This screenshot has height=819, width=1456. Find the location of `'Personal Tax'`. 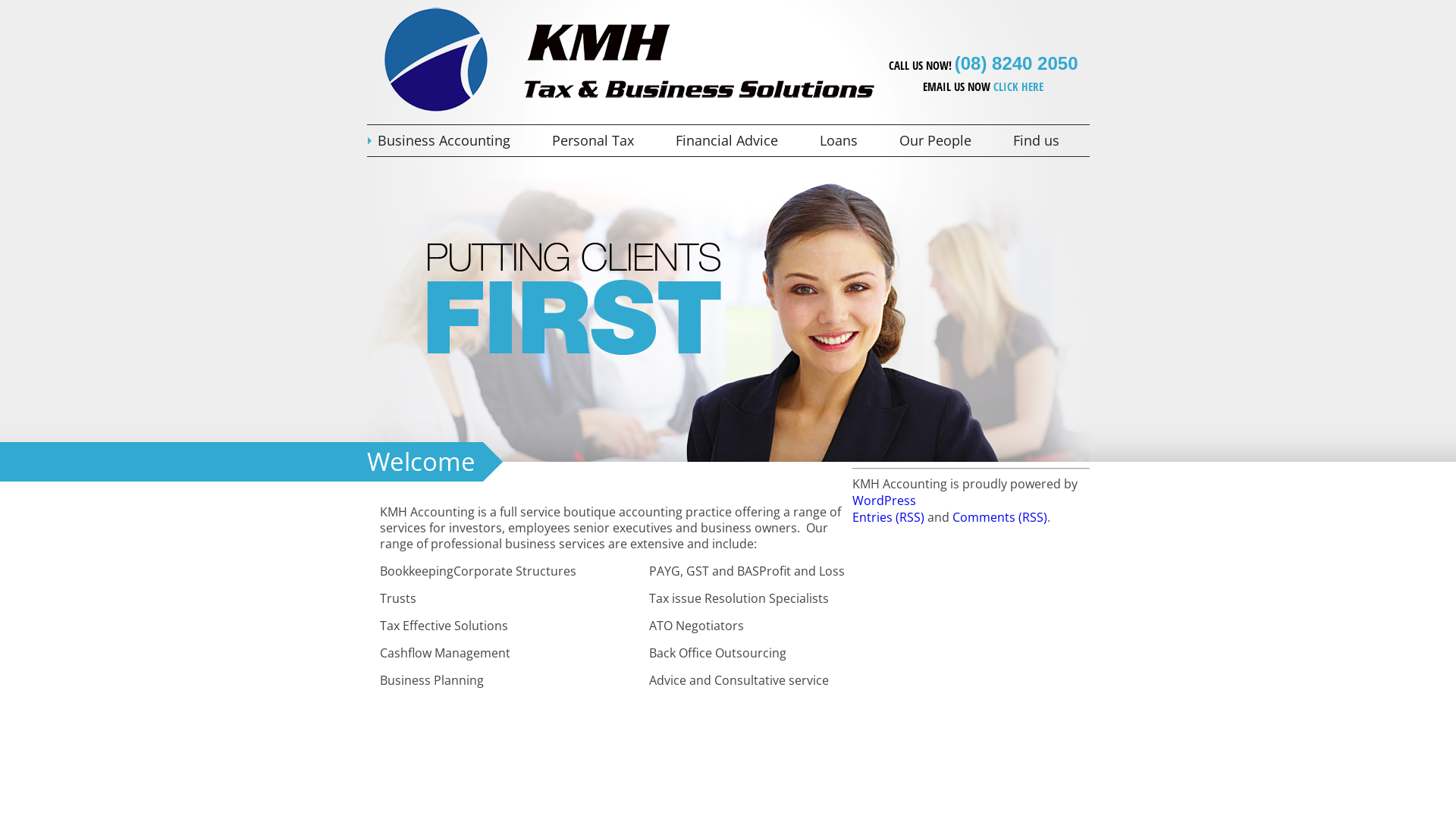

'Personal Tax' is located at coordinates (601, 140).